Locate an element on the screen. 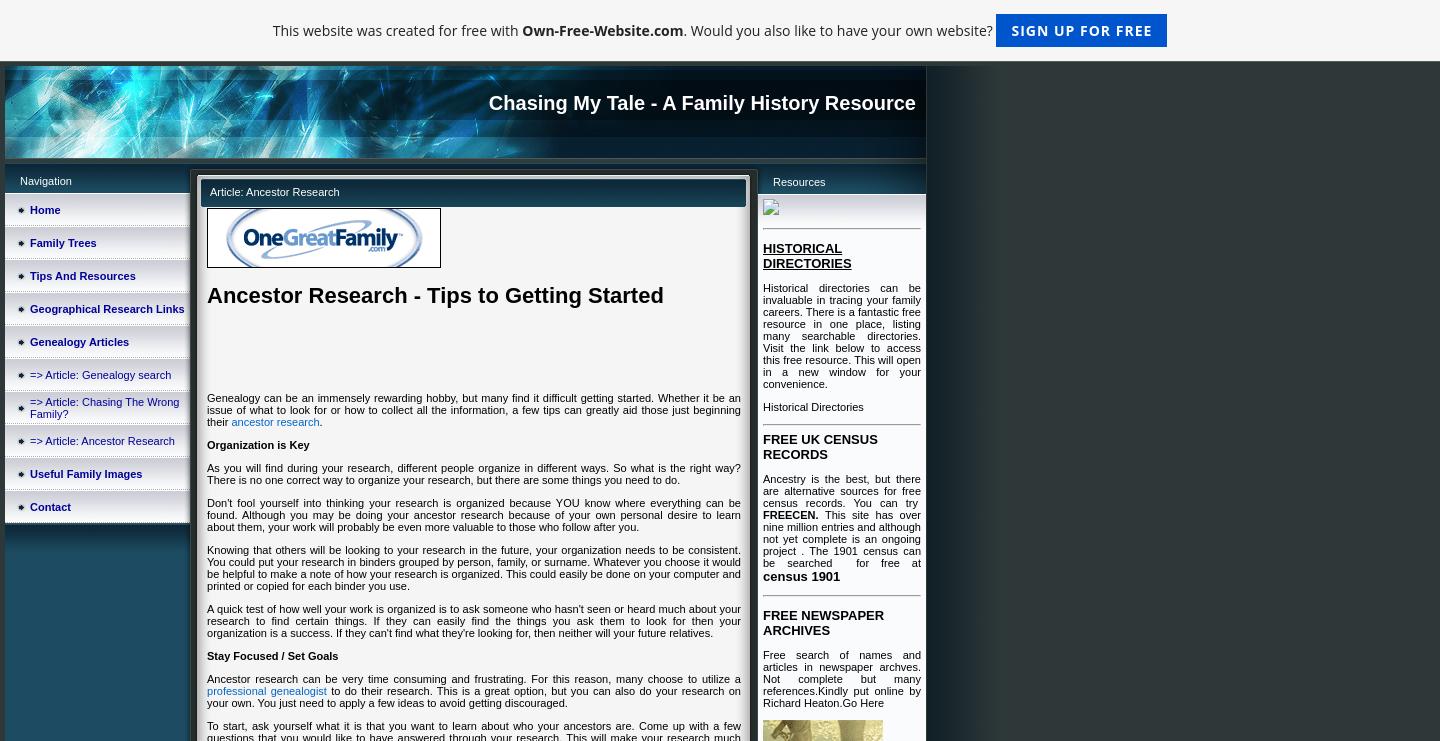 This screenshot has height=741, width=1440. 'As you will find during your research, different people organize in different ways. So what is the right way? There is no one correct way to organize your research, but there are some things you need to do.' is located at coordinates (473, 473).